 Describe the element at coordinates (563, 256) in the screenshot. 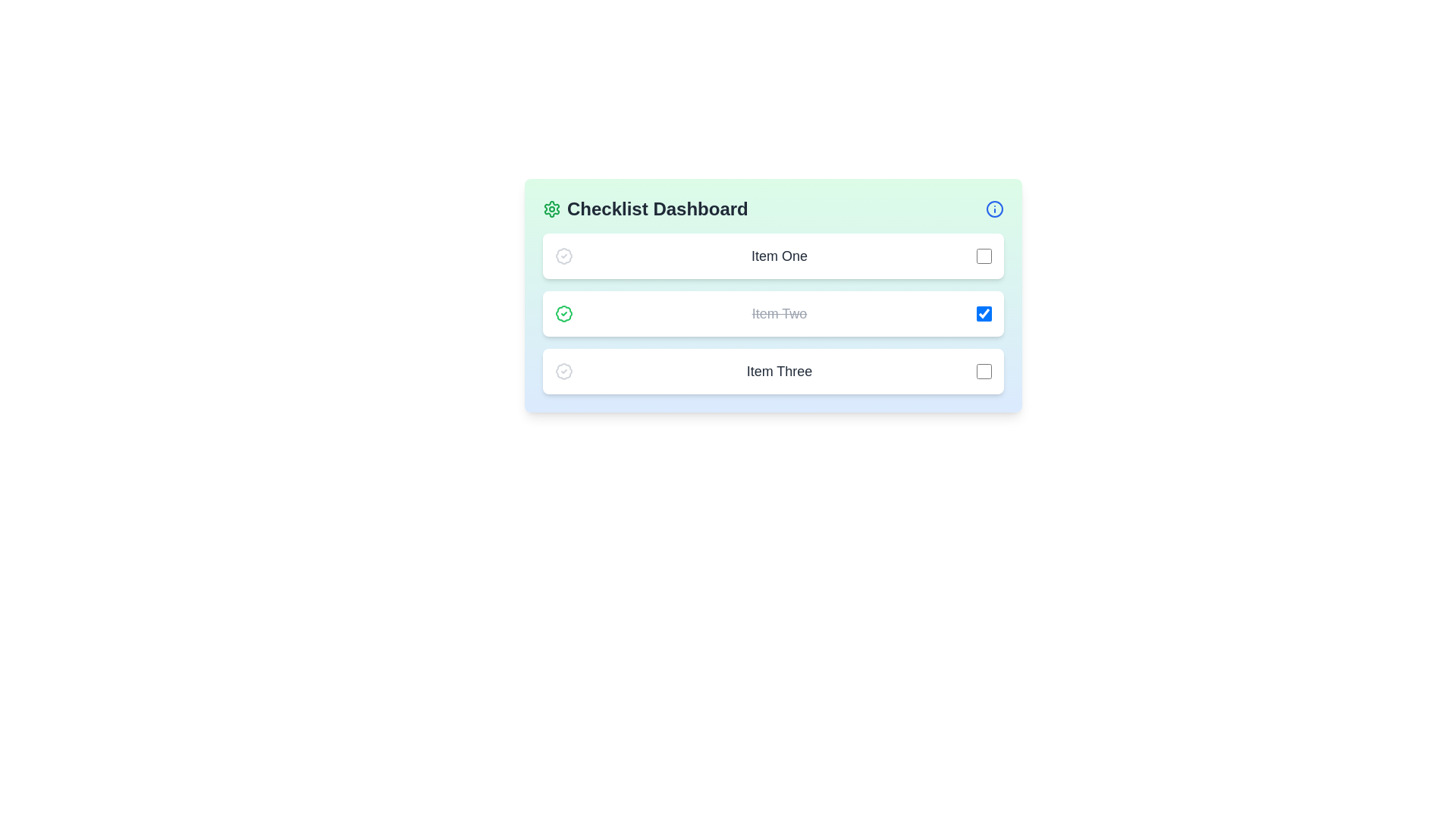

I see `the graphical badge icon next to the 'Item One' row to associate its meaning with that item` at that location.